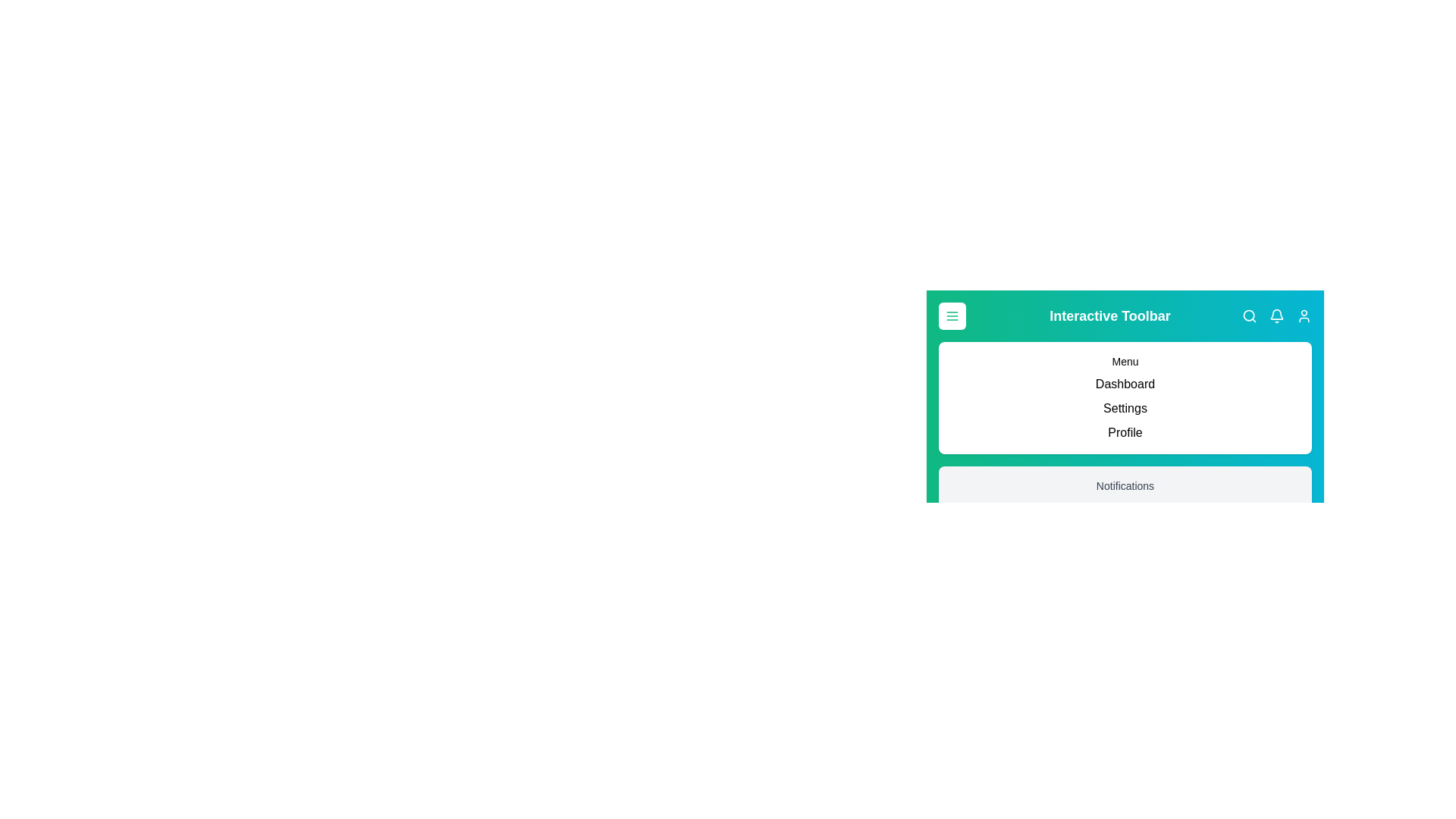 Image resolution: width=1456 pixels, height=819 pixels. Describe the element at coordinates (1125, 432) in the screenshot. I see `the menu item Profile to navigate to the respective section` at that location.